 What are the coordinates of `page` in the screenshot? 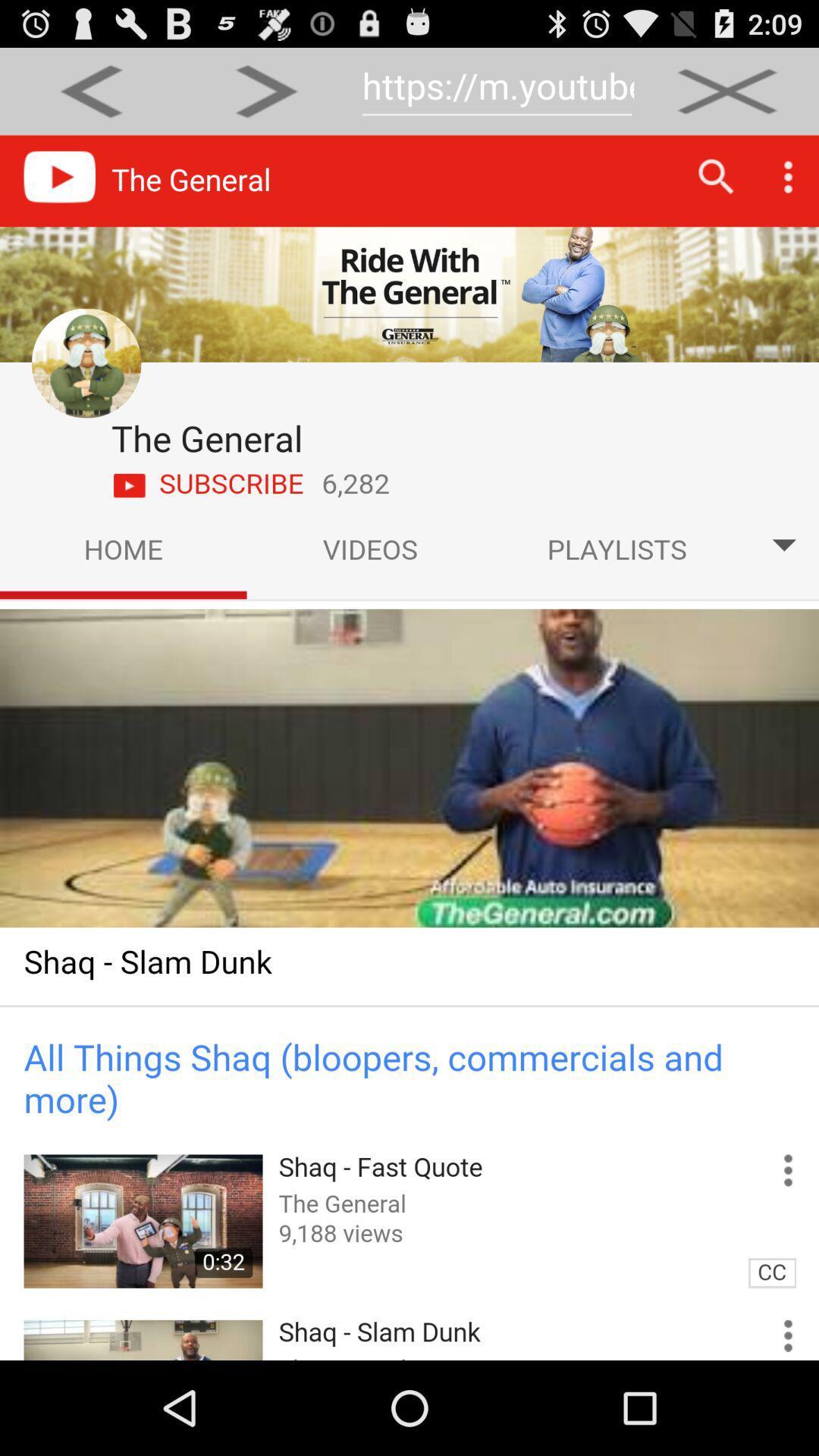 It's located at (726, 90).